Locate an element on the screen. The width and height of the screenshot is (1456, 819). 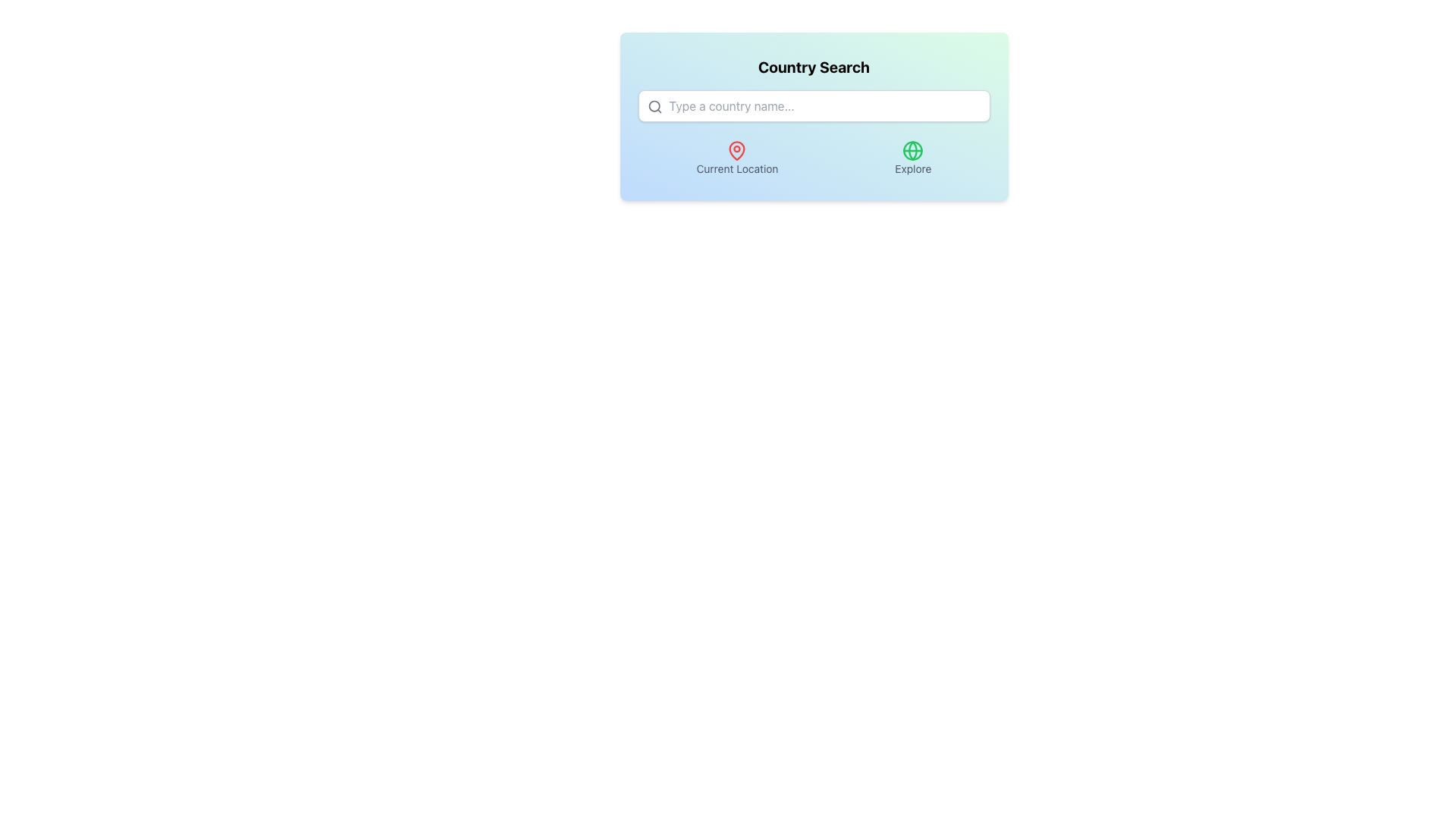
the current location icon, which is positioned to the left of the 'Explore' element and above the 'Current Location' text is located at coordinates (737, 151).